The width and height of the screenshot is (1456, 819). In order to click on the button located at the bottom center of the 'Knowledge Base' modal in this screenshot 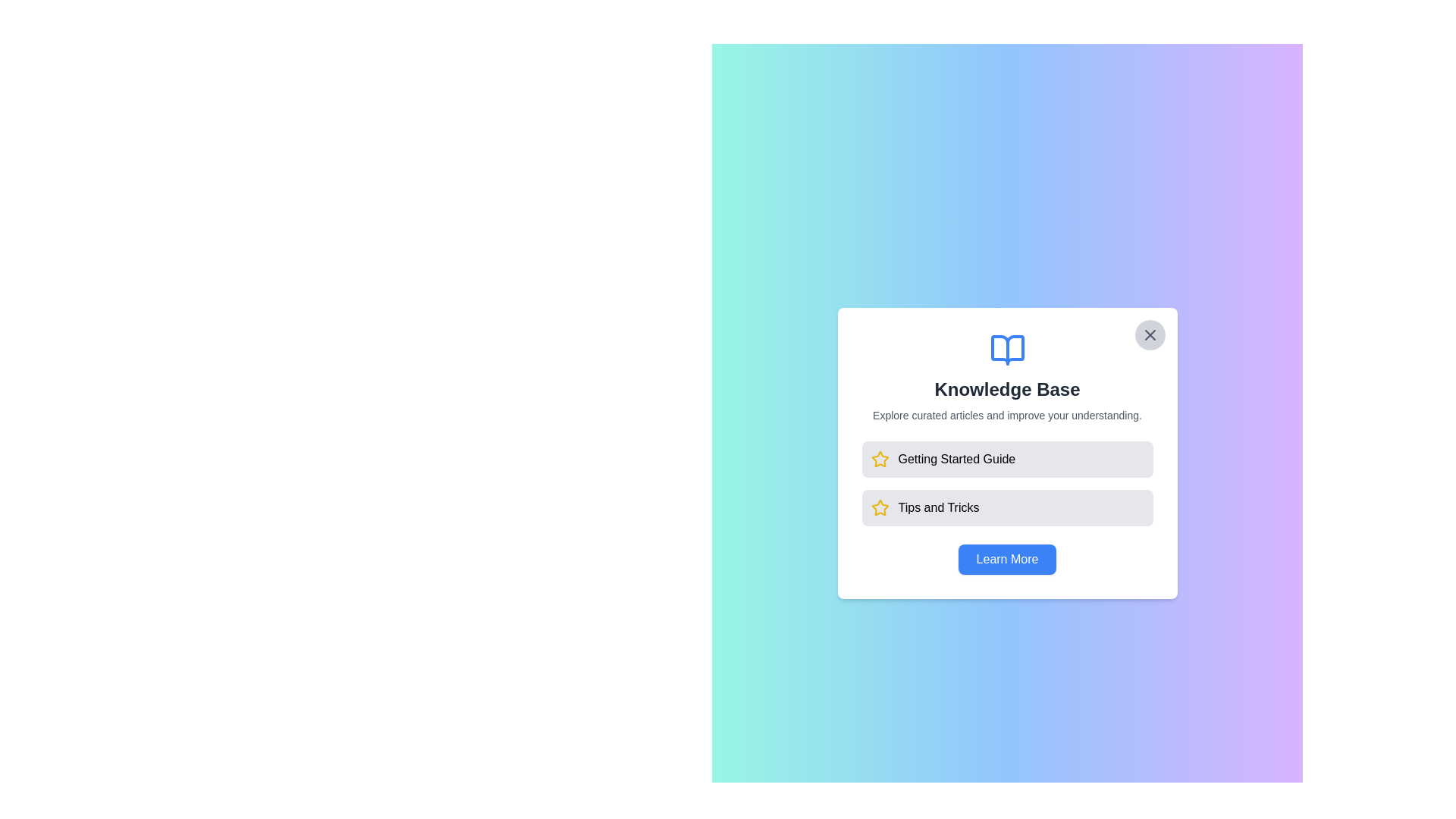, I will do `click(1007, 559)`.